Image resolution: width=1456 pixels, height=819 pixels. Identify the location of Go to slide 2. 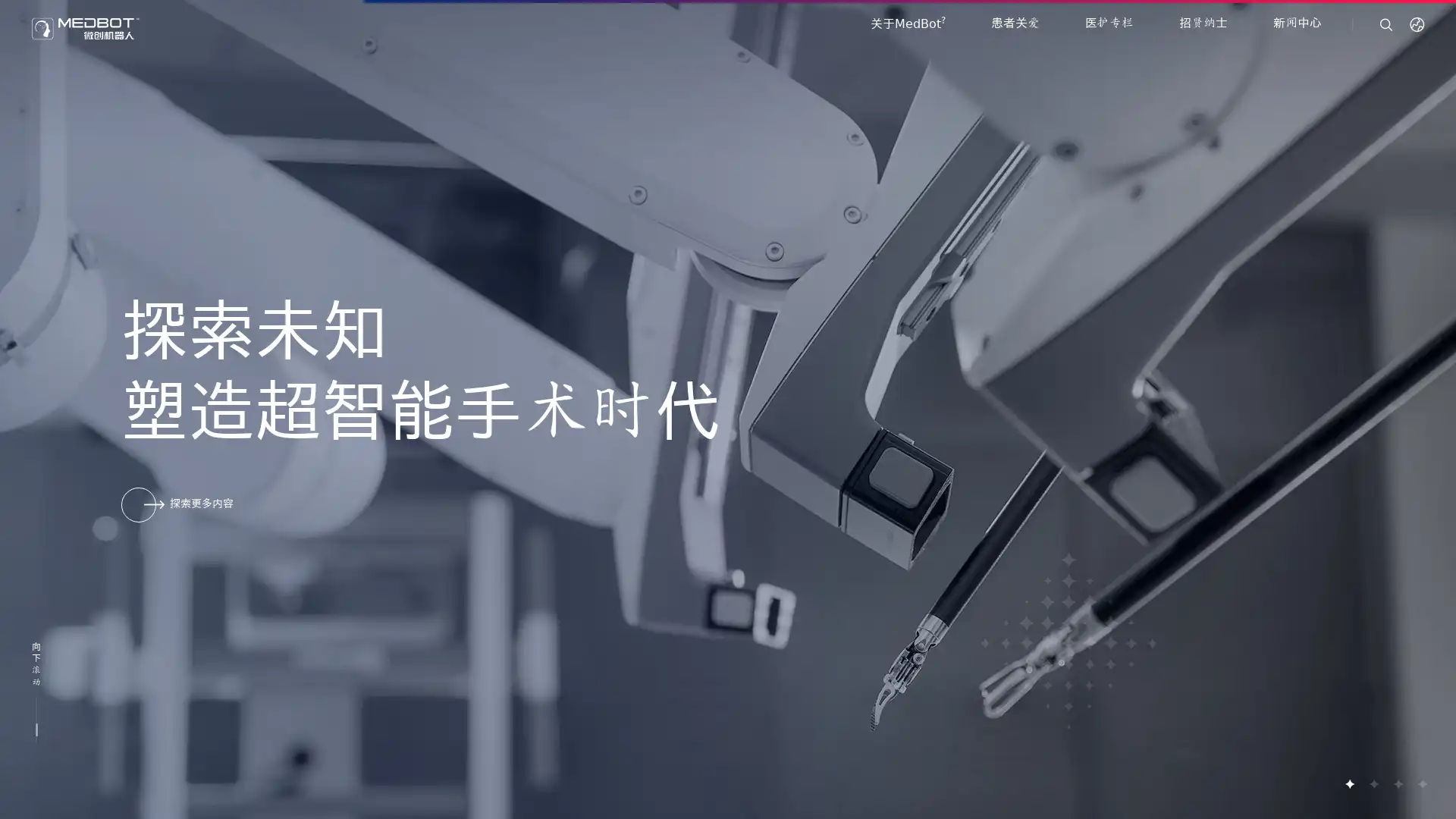
(1373, 783).